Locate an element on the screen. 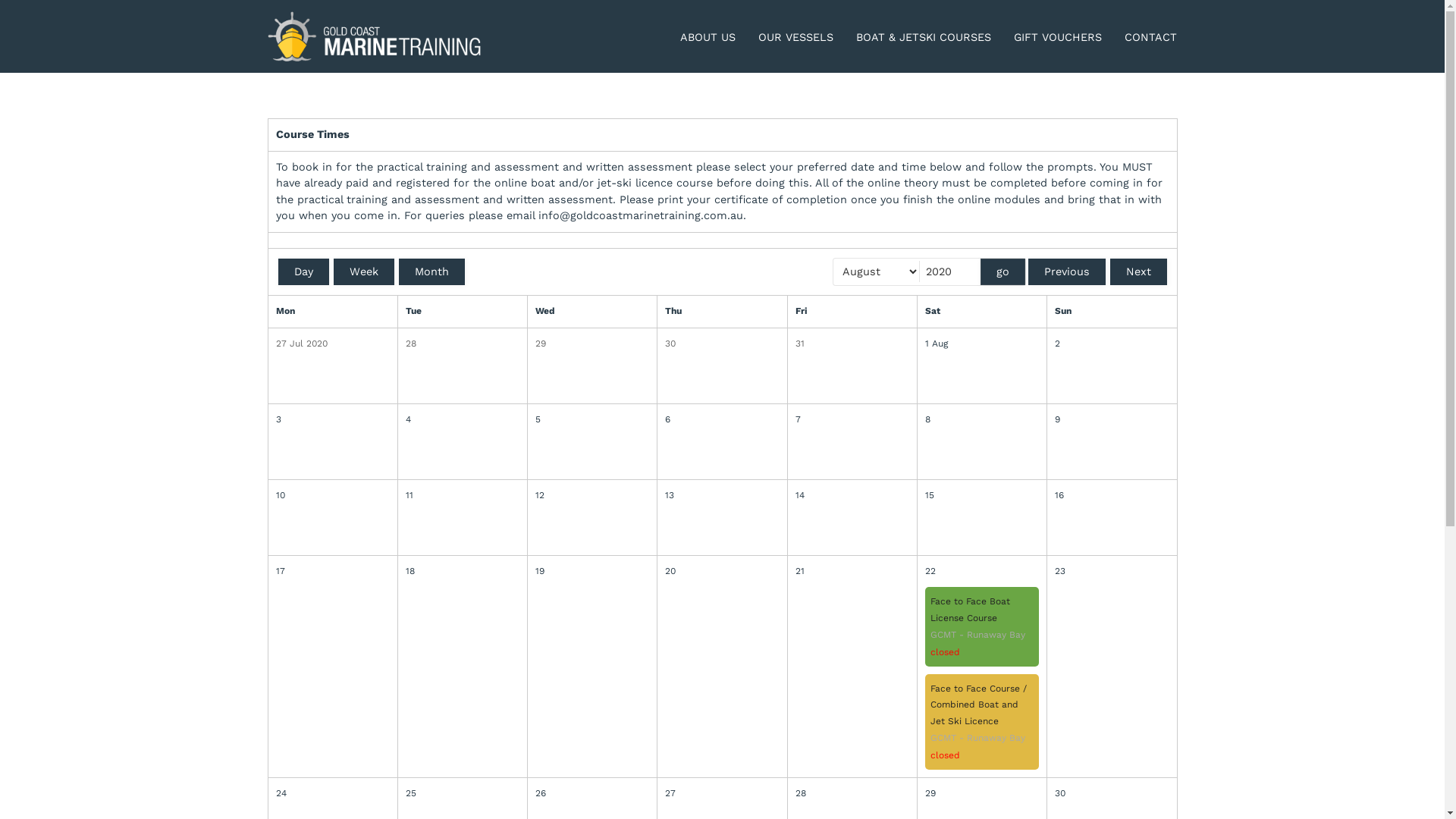  '30' is located at coordinates (665, 344).